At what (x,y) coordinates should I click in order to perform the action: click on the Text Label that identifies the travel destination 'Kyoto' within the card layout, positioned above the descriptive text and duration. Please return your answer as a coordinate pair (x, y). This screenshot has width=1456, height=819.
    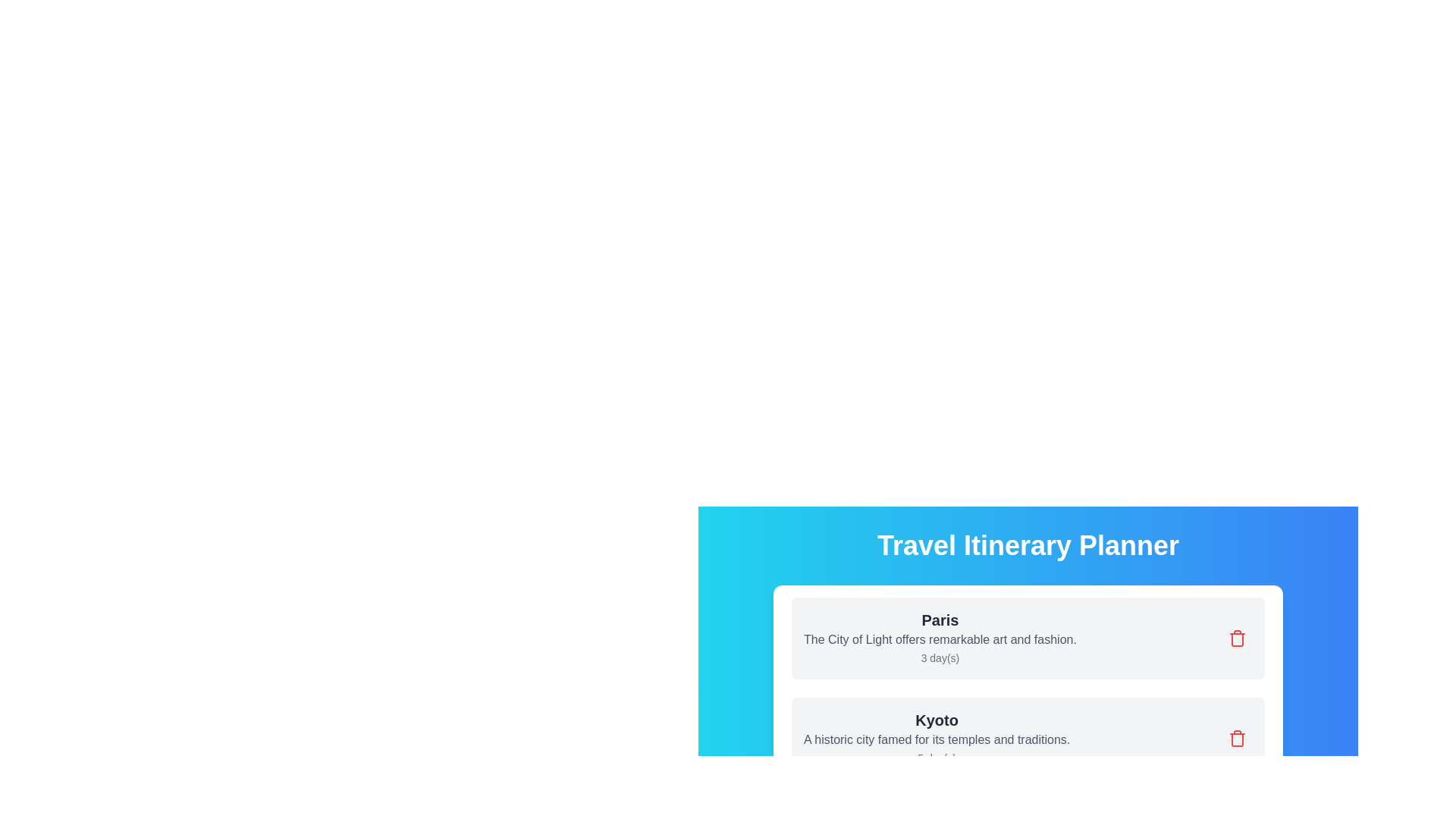
    Looking at the image, I should click on (936, 719).